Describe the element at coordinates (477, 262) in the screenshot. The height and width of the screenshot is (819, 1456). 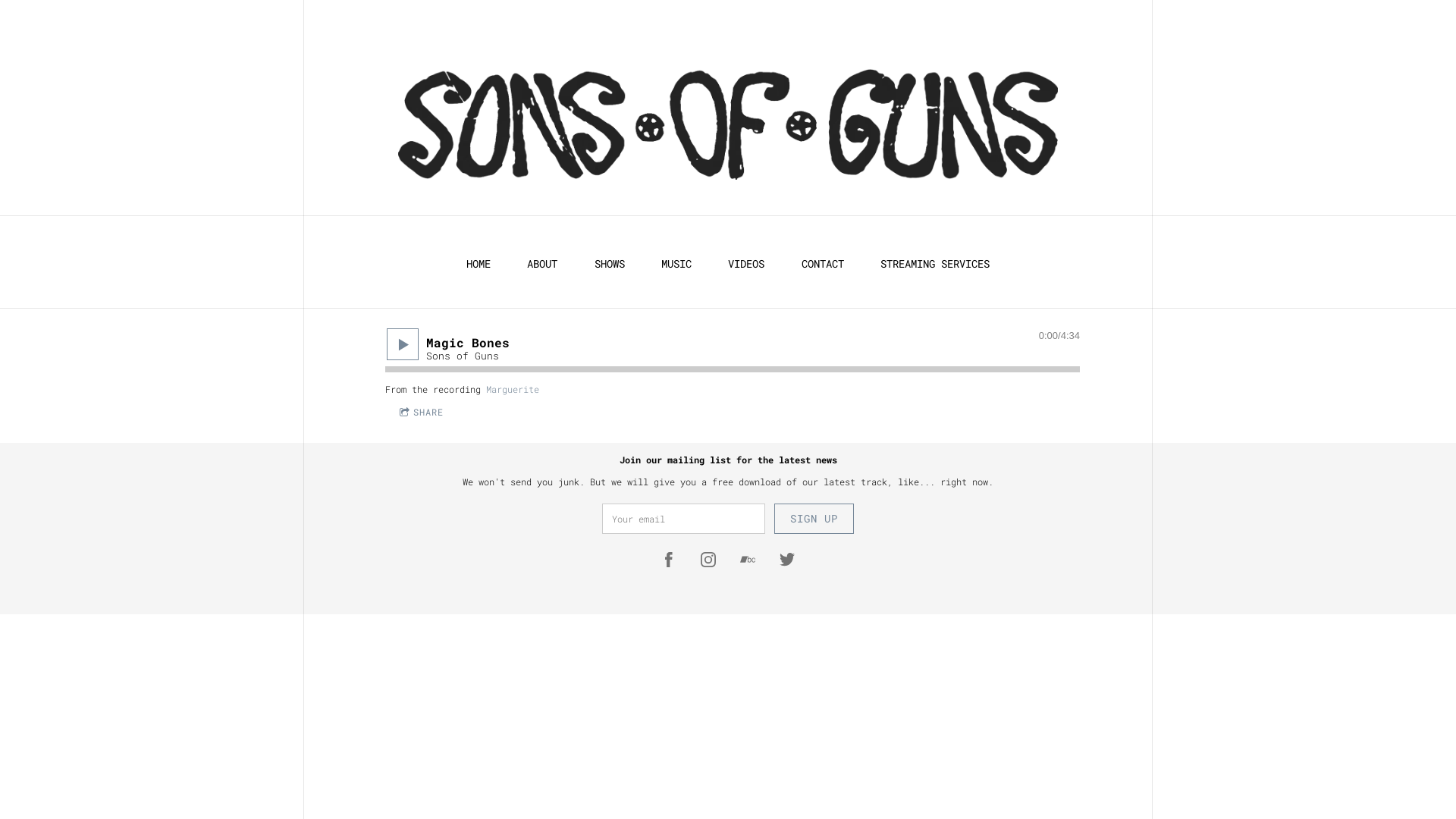
I see `'HOME'` at that location.